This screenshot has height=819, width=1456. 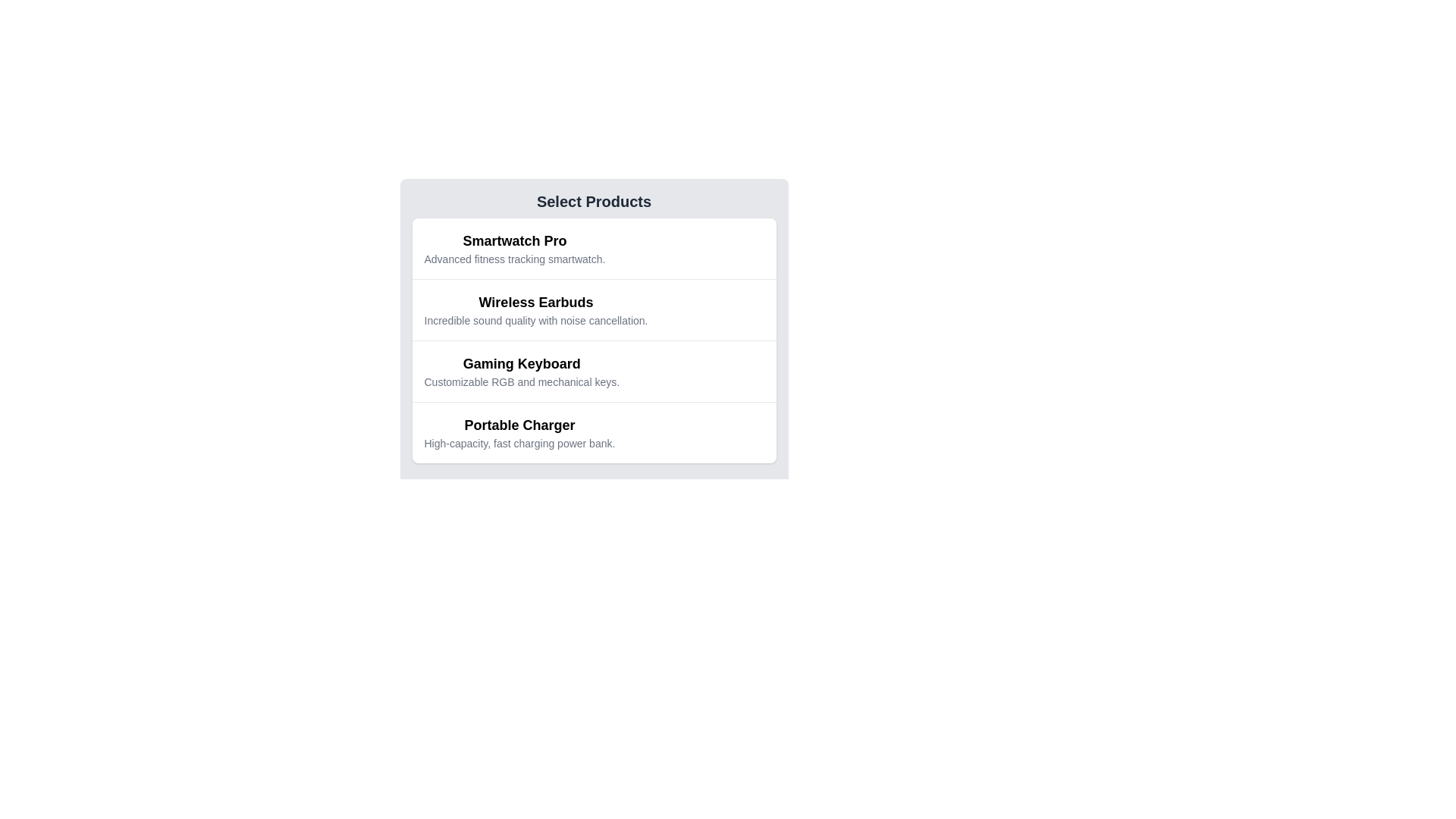 What do you see at coordinates (593, 432) in the screenshot?
I see `the list item displaying 'Portable Charger'` at bounding box center [593, 432].